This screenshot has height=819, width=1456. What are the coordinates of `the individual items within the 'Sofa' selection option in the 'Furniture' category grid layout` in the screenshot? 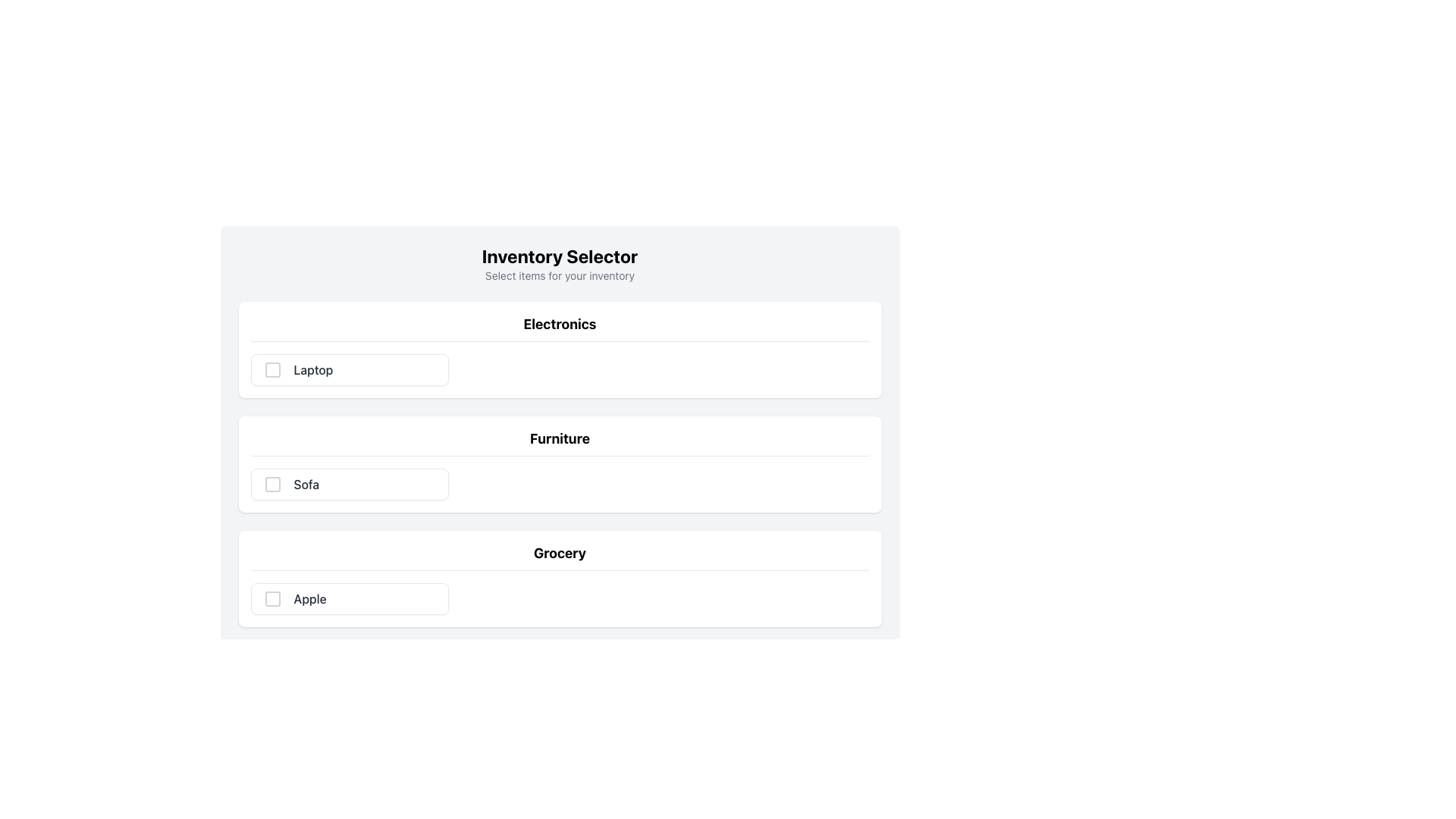 It's located at (559, 485).